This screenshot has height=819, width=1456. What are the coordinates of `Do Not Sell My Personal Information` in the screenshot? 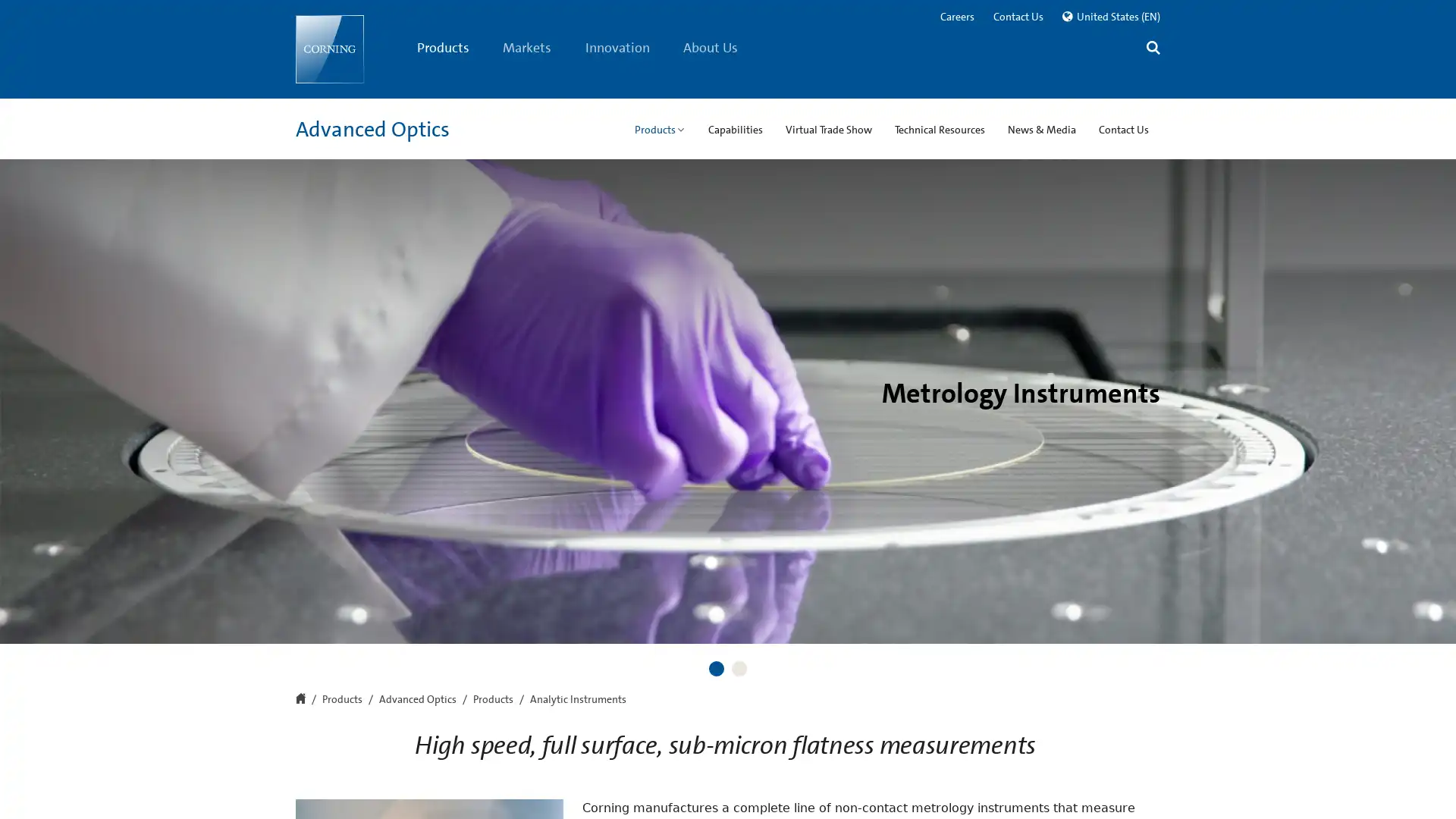 It's located at (1061, 786).